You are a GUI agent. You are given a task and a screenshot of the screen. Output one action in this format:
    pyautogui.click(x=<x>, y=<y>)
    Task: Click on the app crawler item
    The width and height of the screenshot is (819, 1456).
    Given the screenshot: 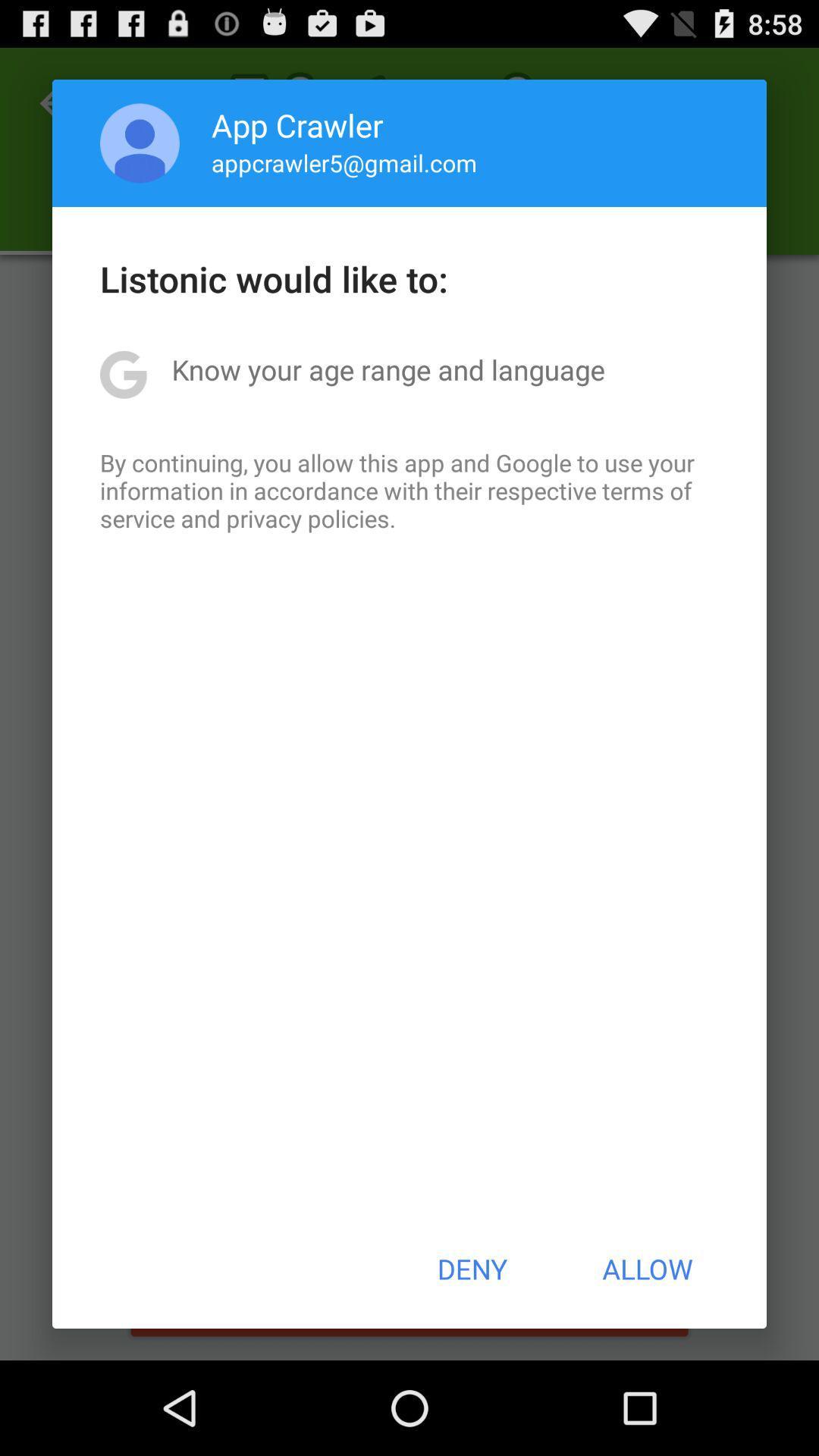 What is the action you would take?
    pyautogui.click(x=297, y=124)
    